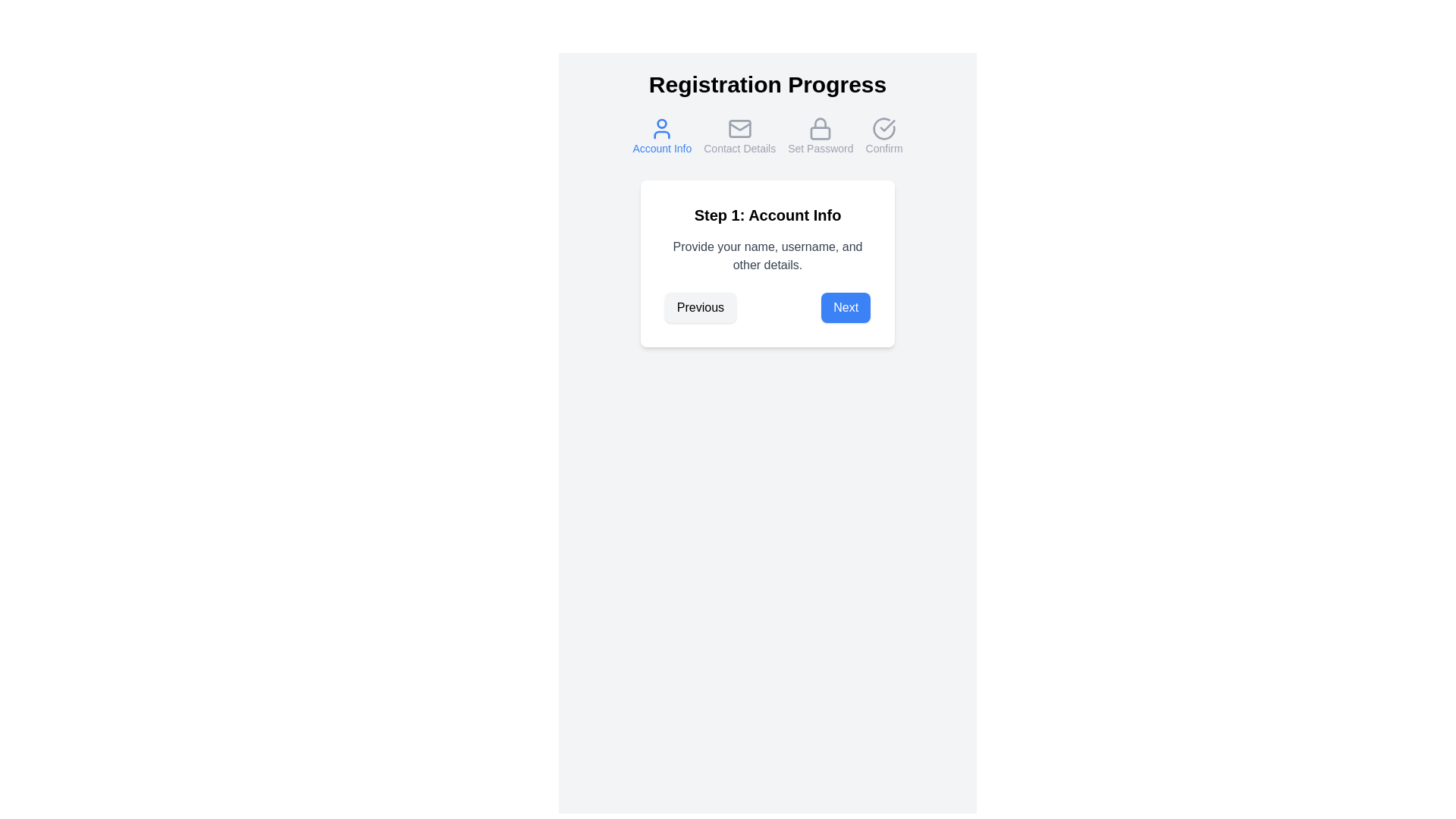 This screenshot has width=1456, height=819. What do you see at coordinates (884, 127) in the screenshot?
I see `the circle icon with a tick mark that signifies the completion of the 'Confirm' step in a registration process by clicking on it` at bounding box center [884, 127].